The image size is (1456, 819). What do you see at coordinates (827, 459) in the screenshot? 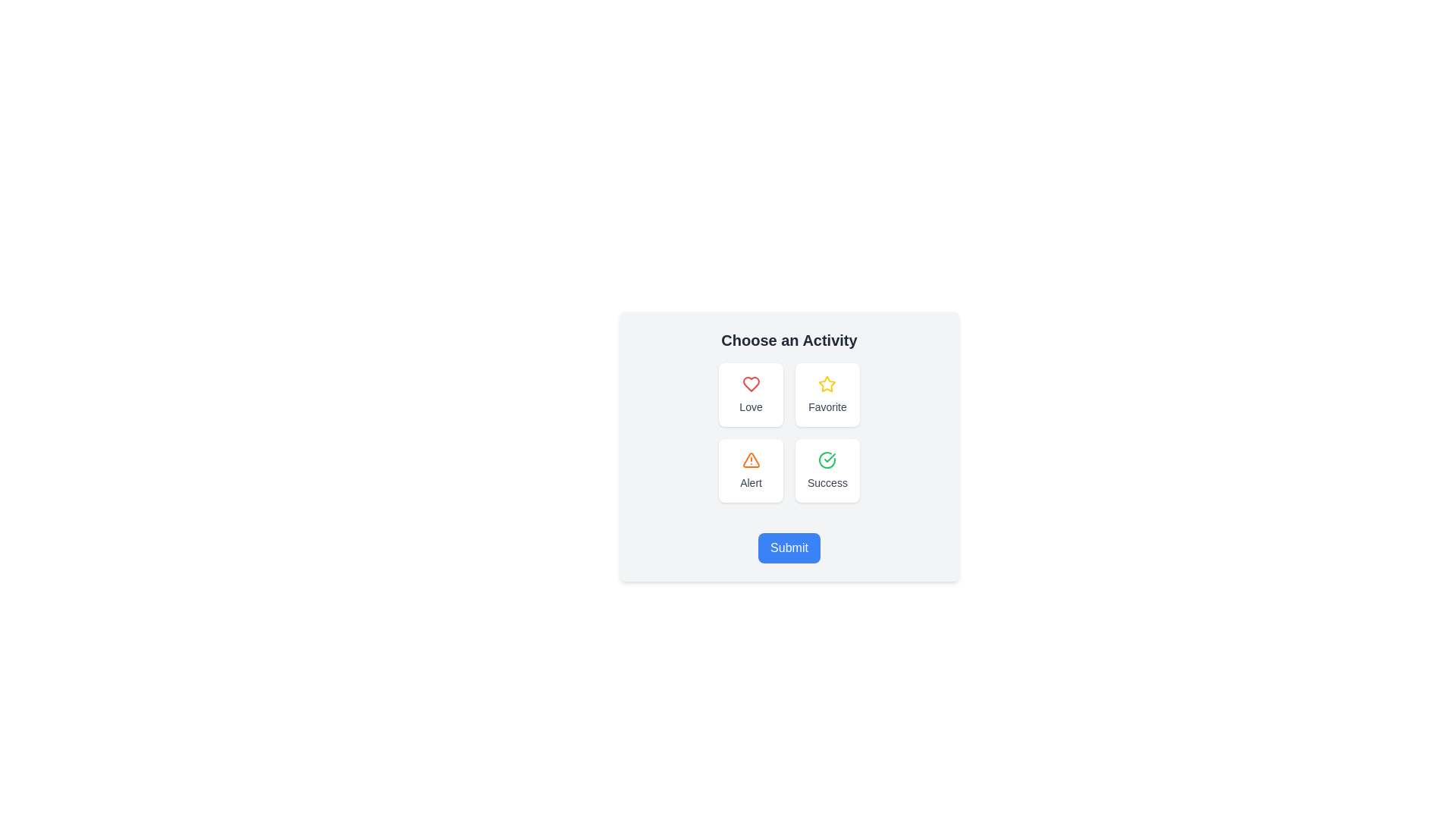
I see `the circular icon with a green outline and checkmark, associated with the label 'Success', located in the bottom-right corner of a 2x2 grid within the 'Choose an Activity' card` at bounding box center [827, 459].